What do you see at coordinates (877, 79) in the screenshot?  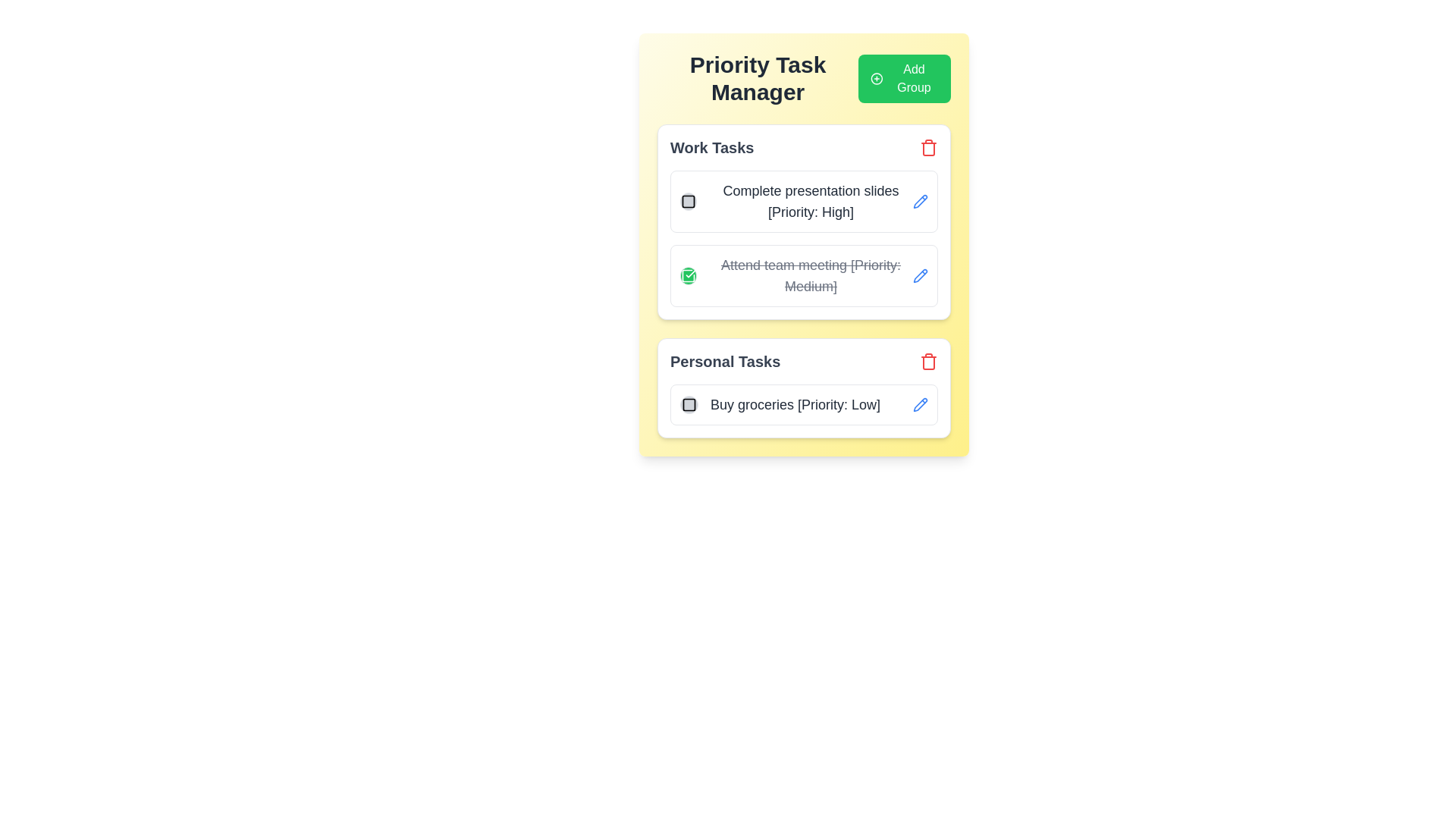 I see `the circular green outline icon within the 'Add Group' button located at the top-right of the task manager application` at bounding box center [877, 79].